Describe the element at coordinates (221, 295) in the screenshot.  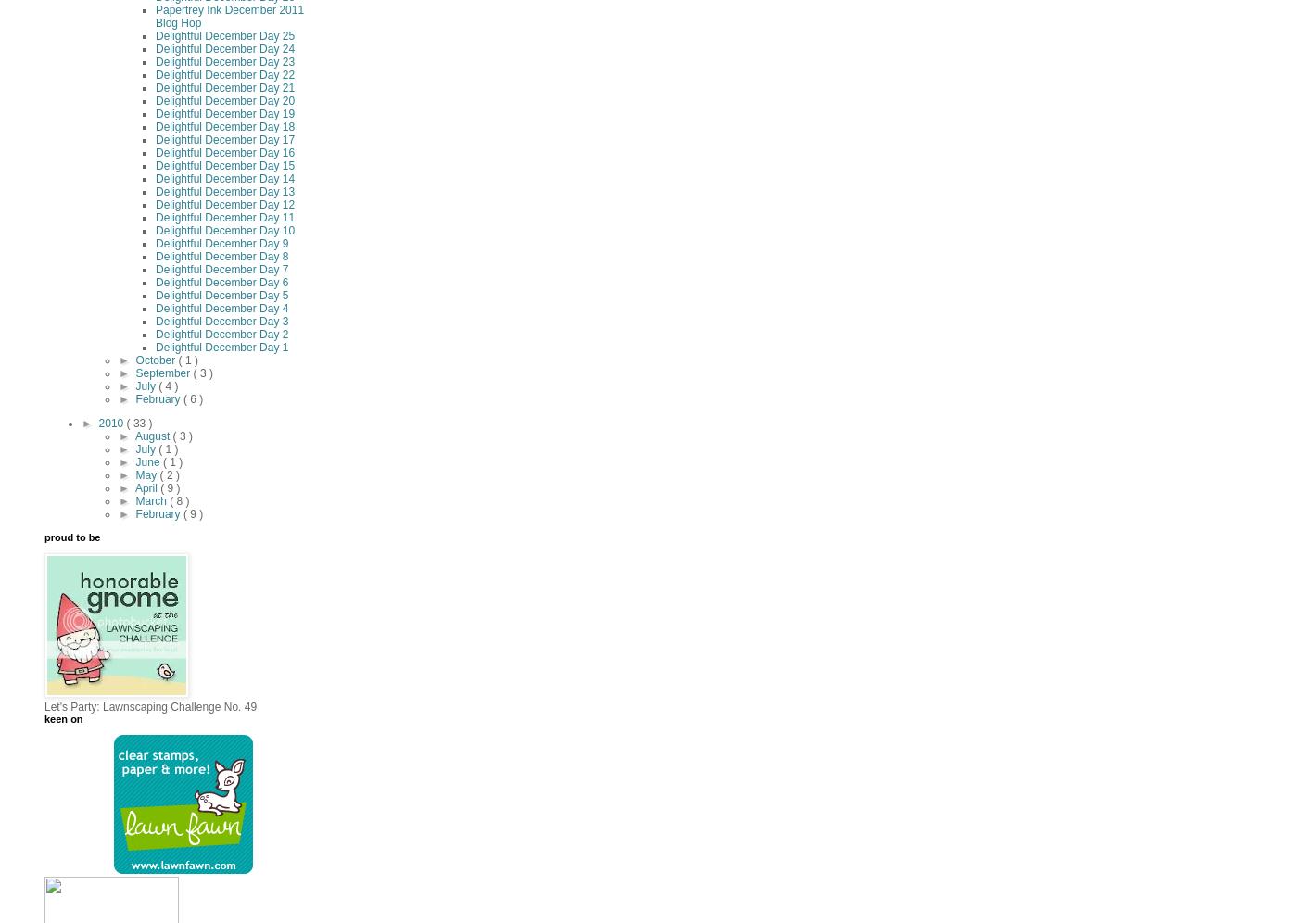
I see `'Delightful December Day 5'` at that location.